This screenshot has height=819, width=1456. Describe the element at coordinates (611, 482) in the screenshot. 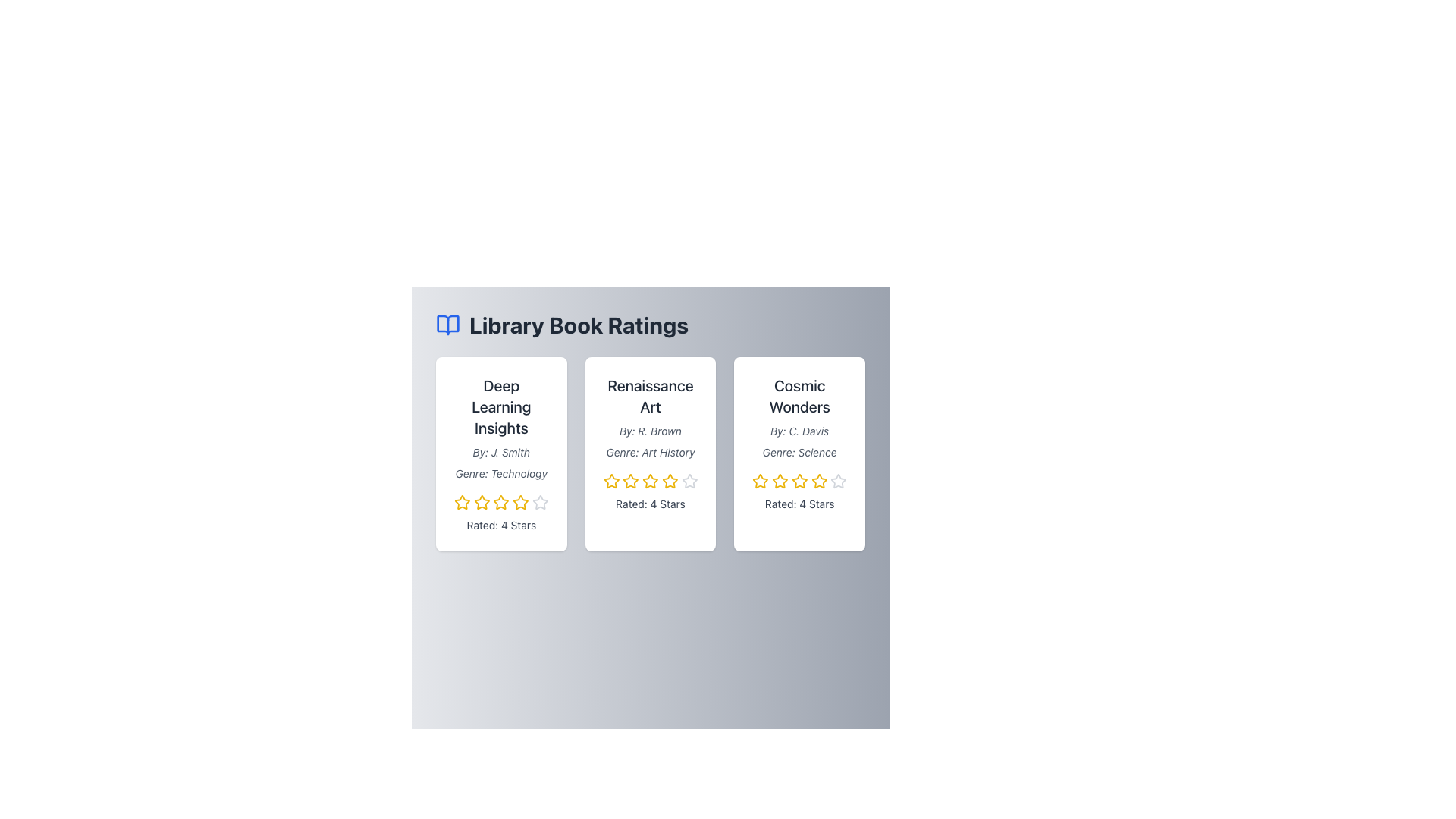

I see `over the first star icon in the rating system below the title 'Renaissance Art' for continuous rating adjustment` at that location.